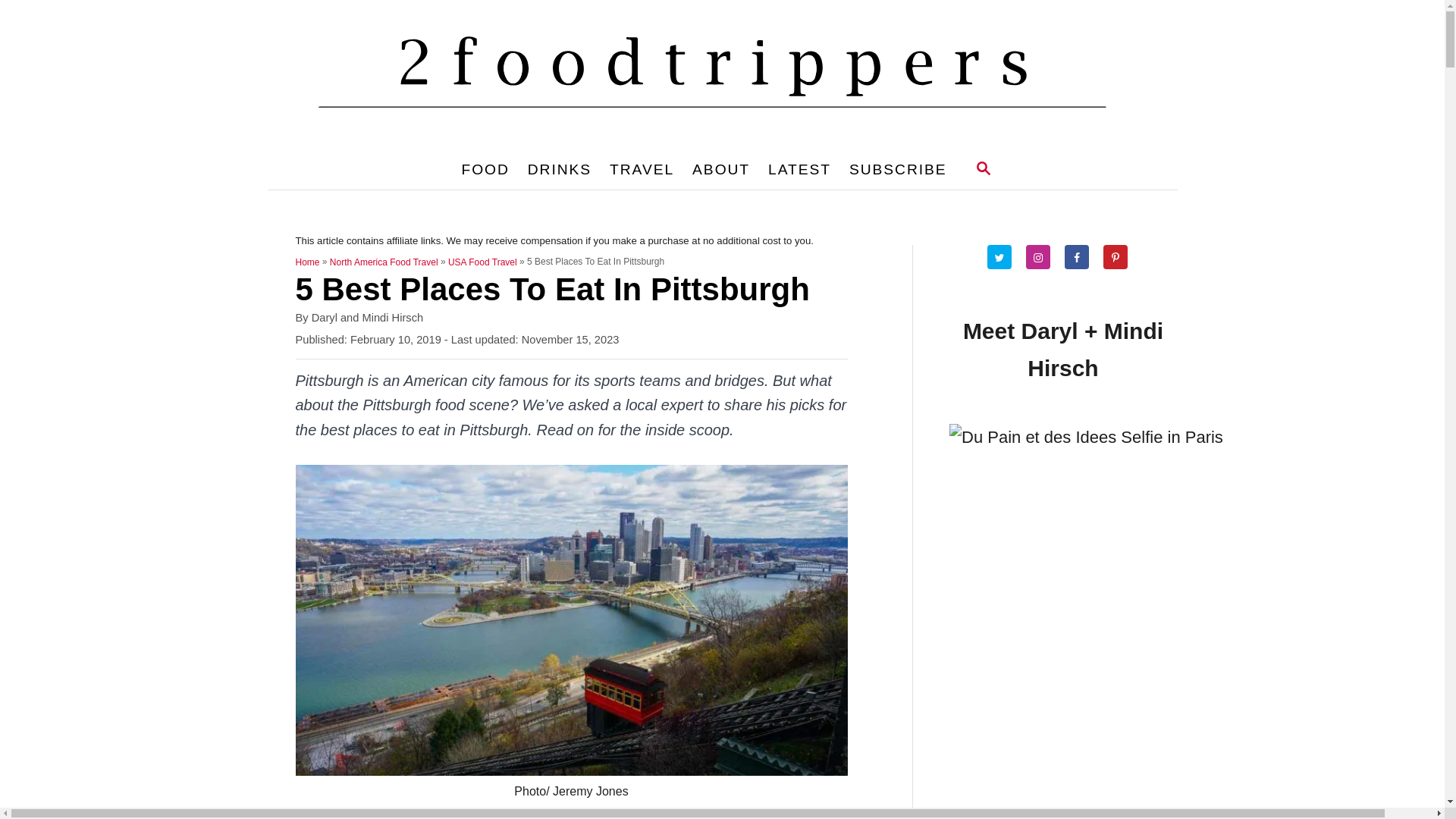 This screenshot has height=819, width=1456. I want to click on 'SEARCH, so click(983, 169).